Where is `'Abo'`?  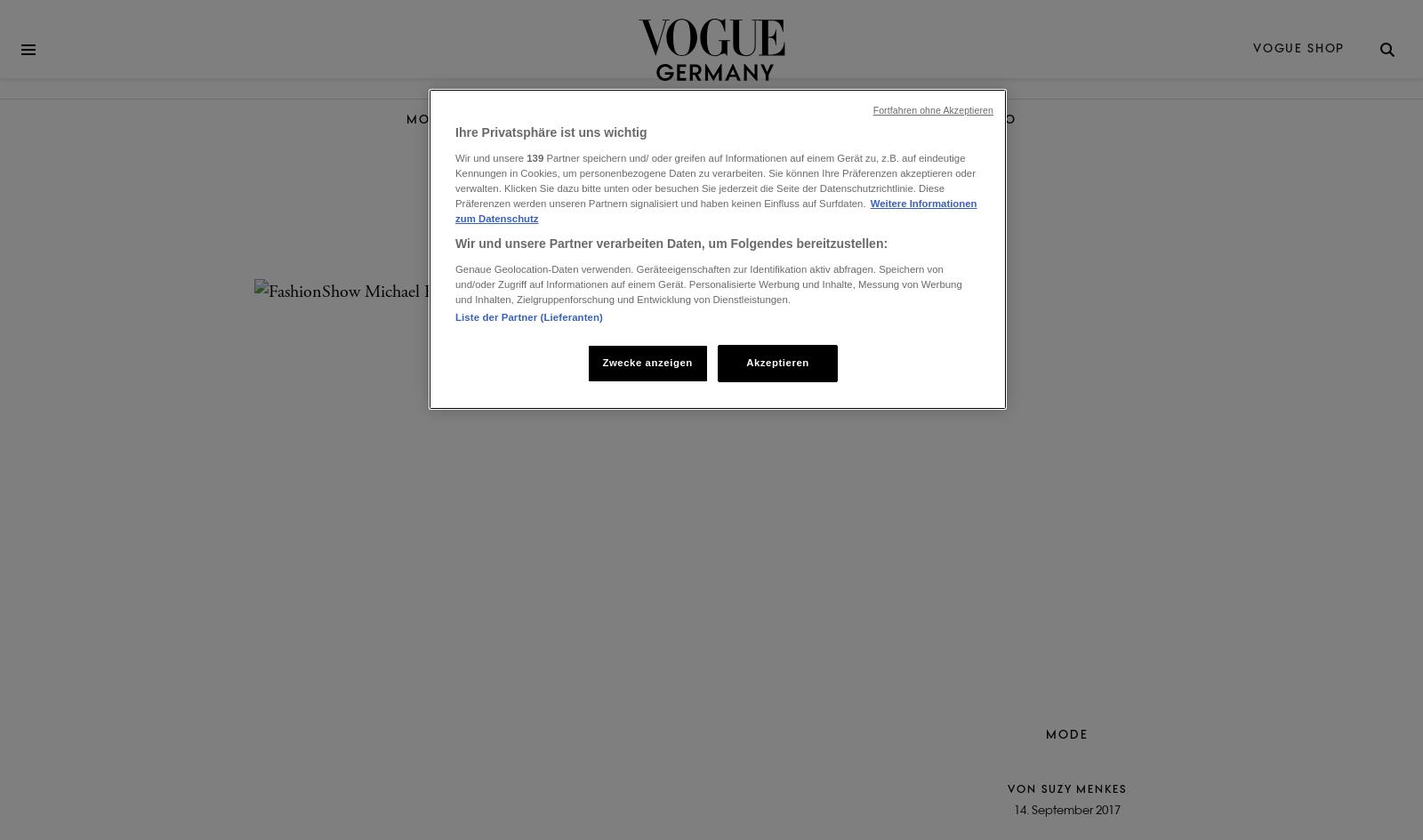
'Abo' is located at coordinates (1000, 118).